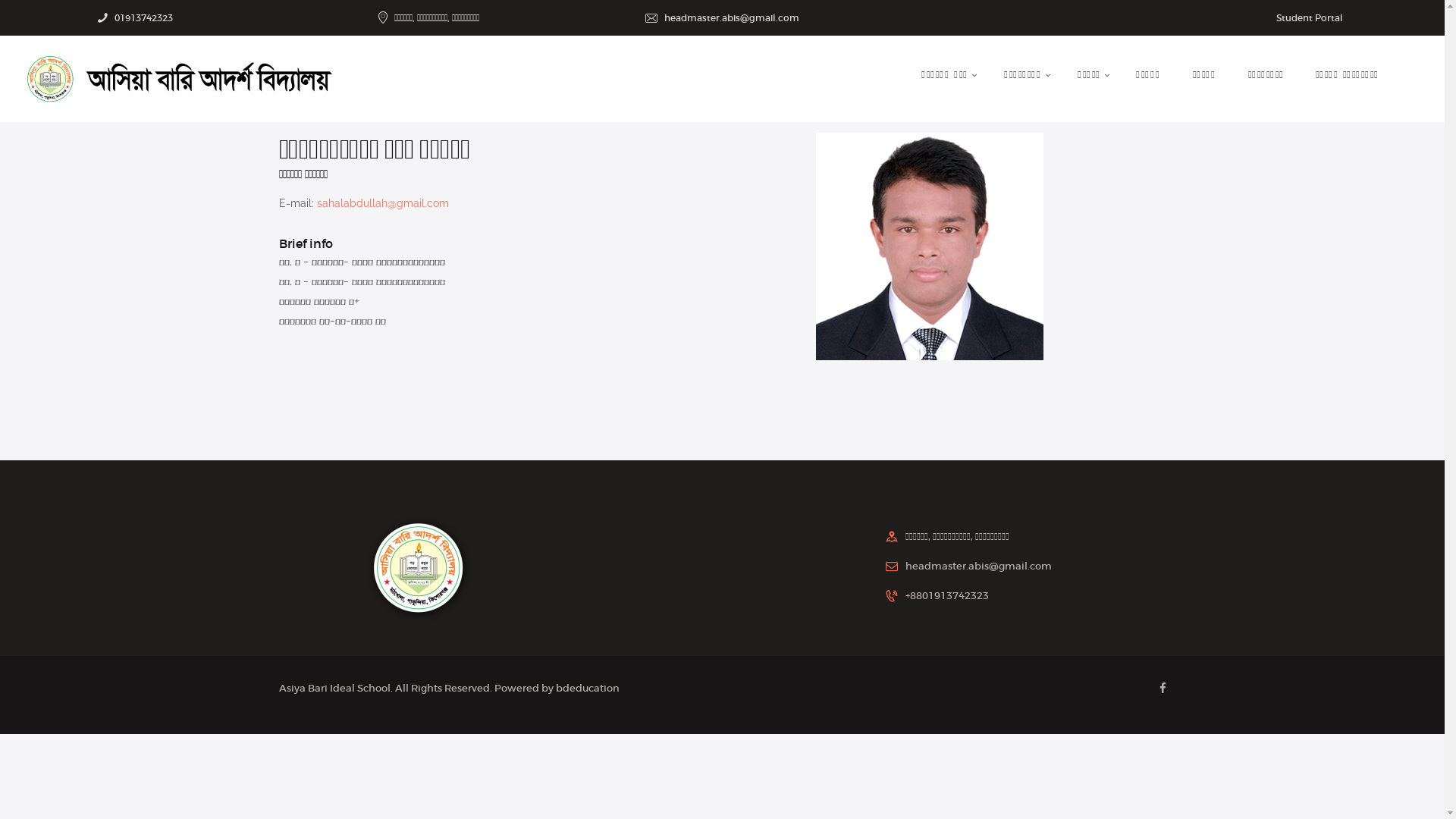  I want to click on '01913742323', so click(143, 17).